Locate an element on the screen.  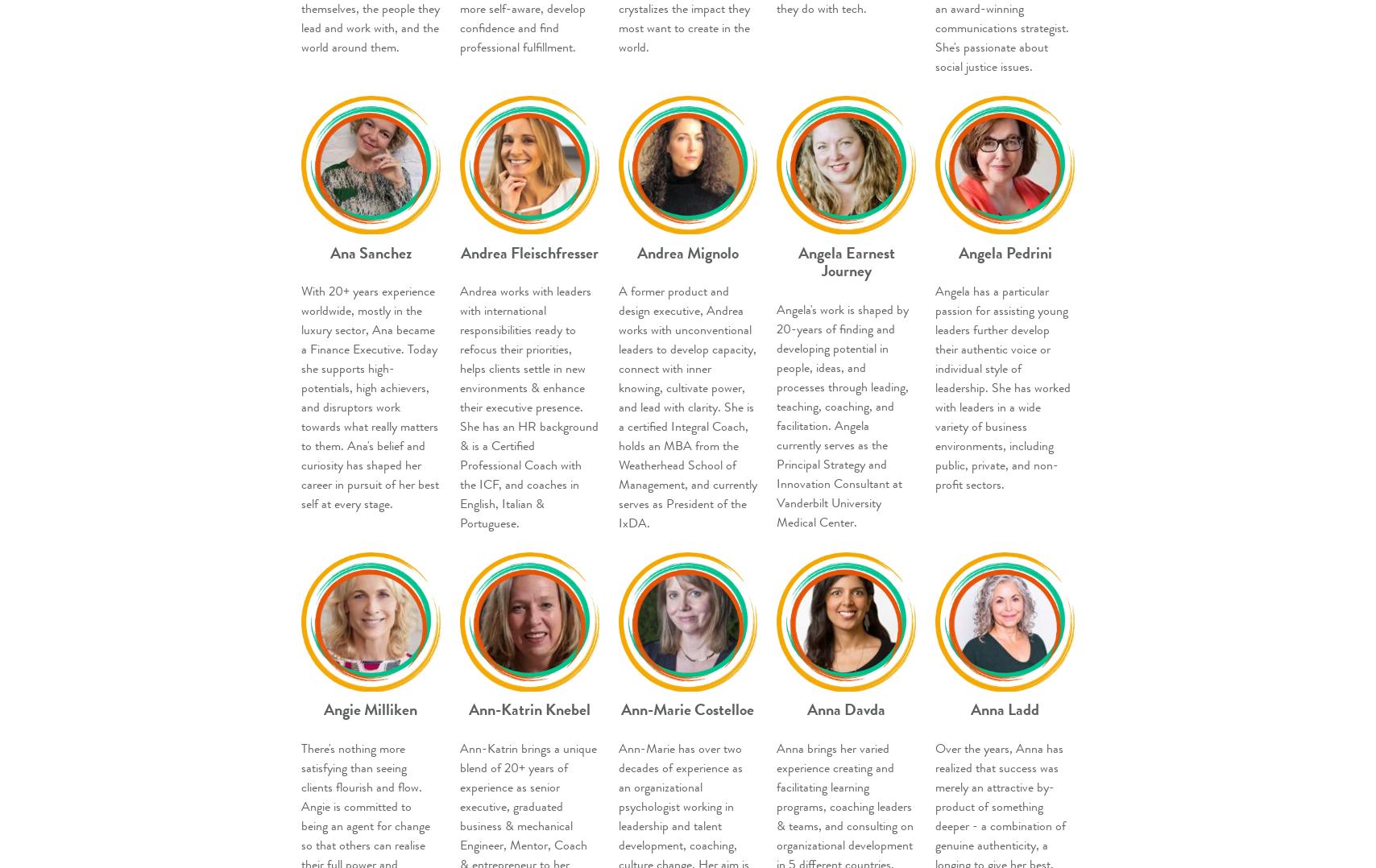
'Angela Earnest Journey' is located at coordinates (797, 261).